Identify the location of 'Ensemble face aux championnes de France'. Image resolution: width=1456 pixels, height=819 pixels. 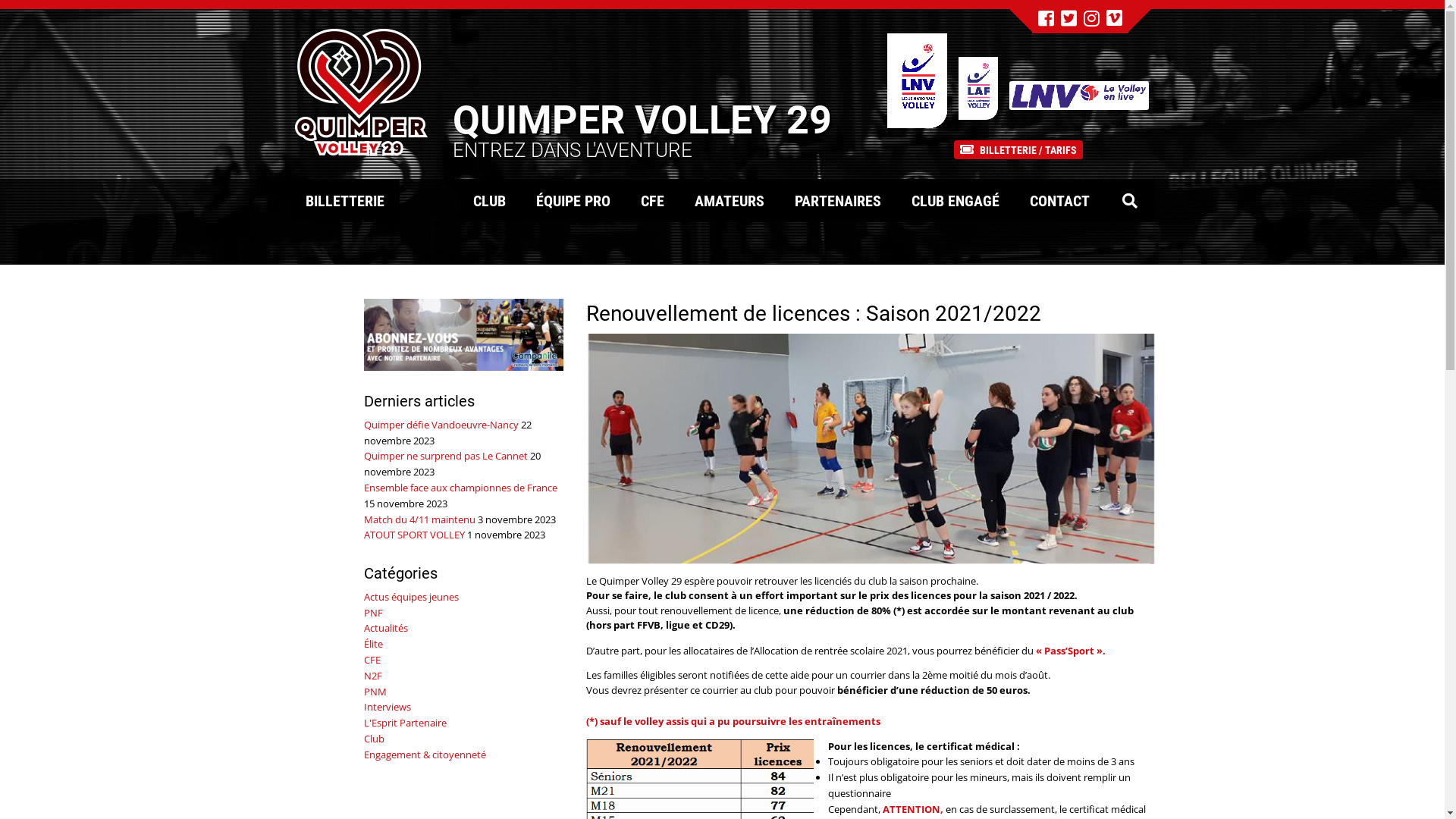
(460, 488).